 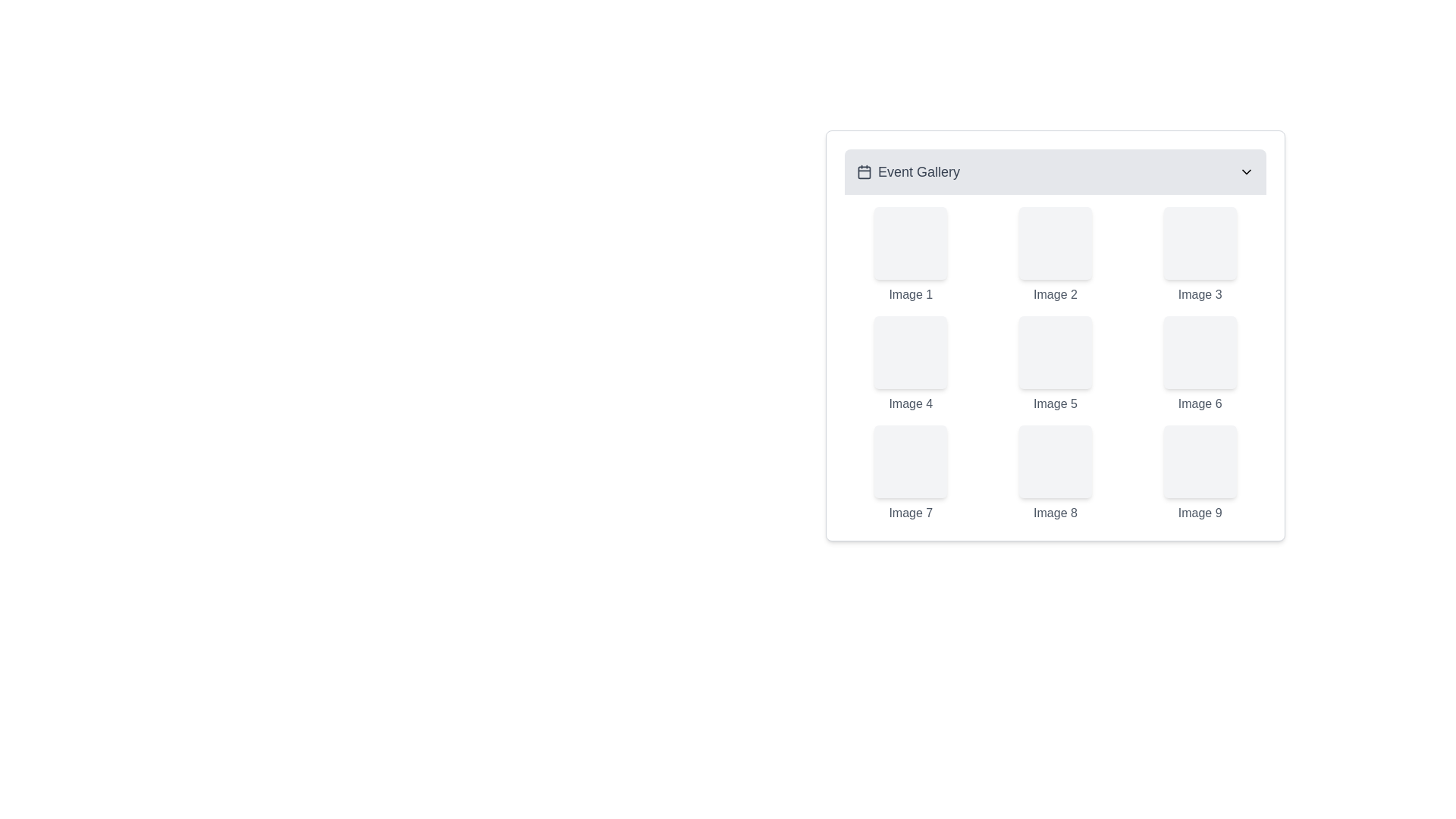 I want to click on the text label displaying 'Image 5', which is located in the second column of the second row in a grid layout, below the corresponding thumbnail placeholder, so click(x=1055, y=403).